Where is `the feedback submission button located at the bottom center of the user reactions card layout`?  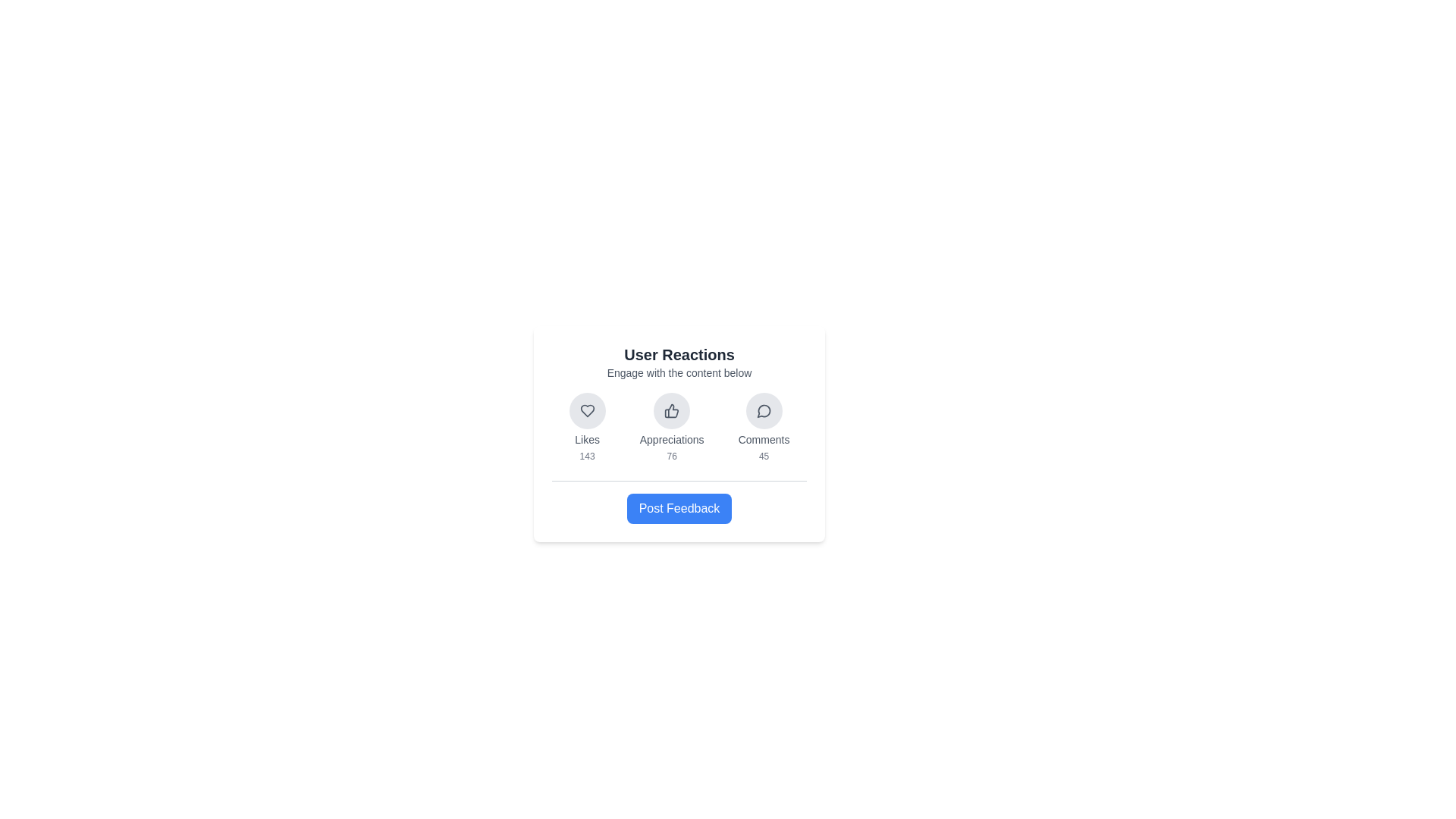 the feedback submission button located at the bottom center of the user reactions card layout is located at coordinates (679, 509).